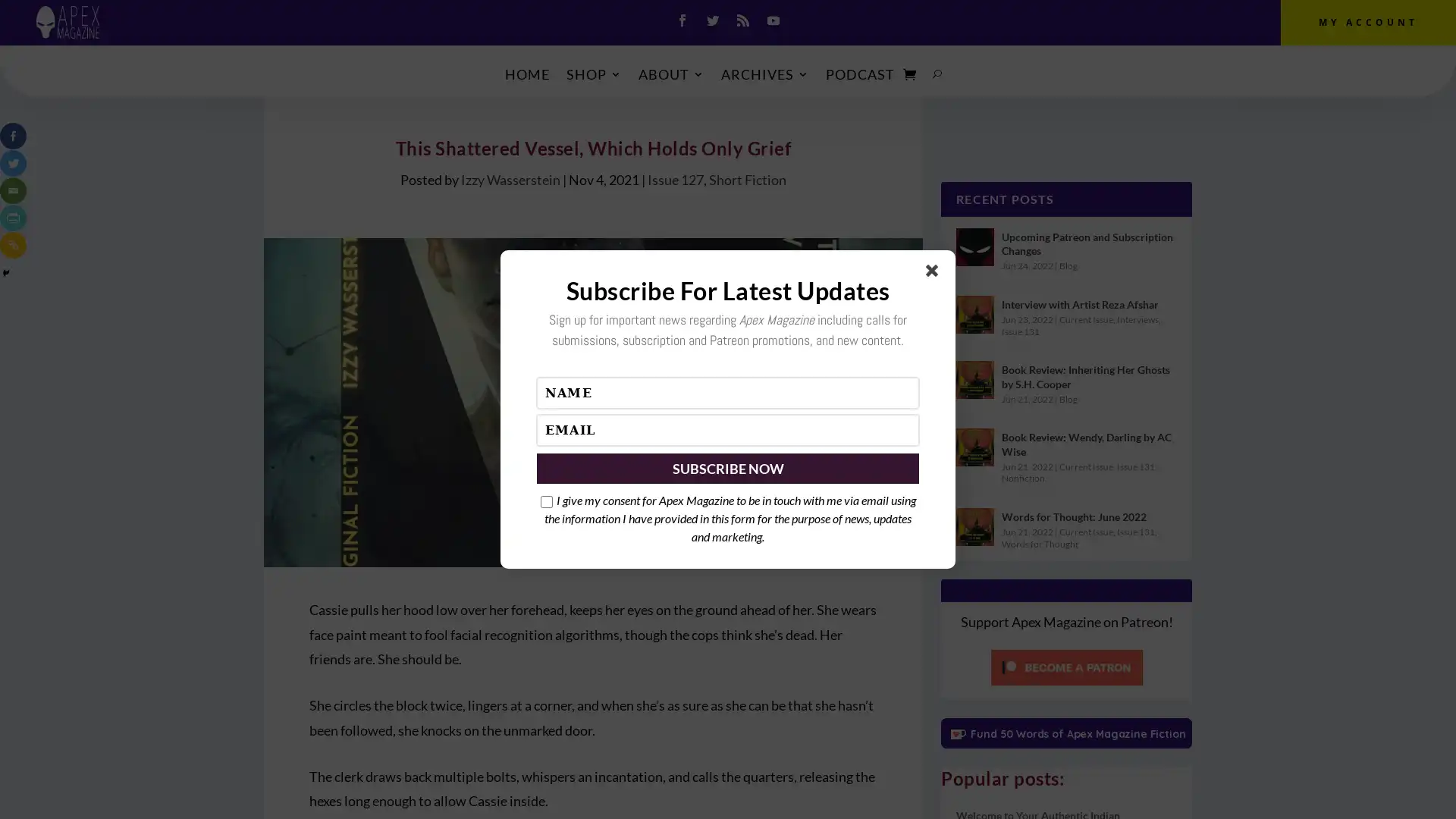 The width and height of the screenshot is (1456, 819). What do you see at coordinates (937, 74) in the screenshot?
I see `U` at bounding box center [937, 74].